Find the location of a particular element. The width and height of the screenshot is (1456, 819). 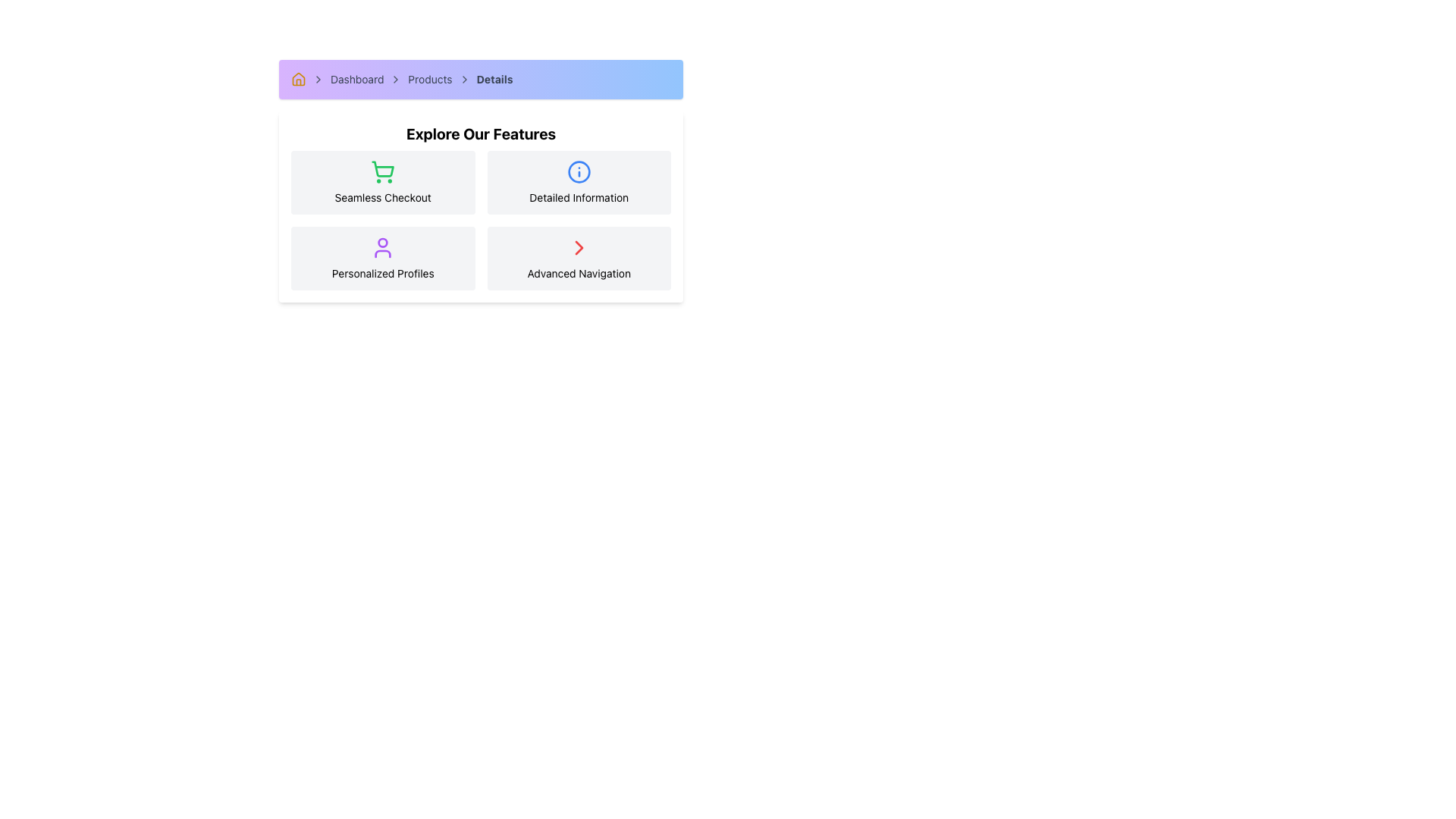

the second informational card is located at coordinates (480, 165).